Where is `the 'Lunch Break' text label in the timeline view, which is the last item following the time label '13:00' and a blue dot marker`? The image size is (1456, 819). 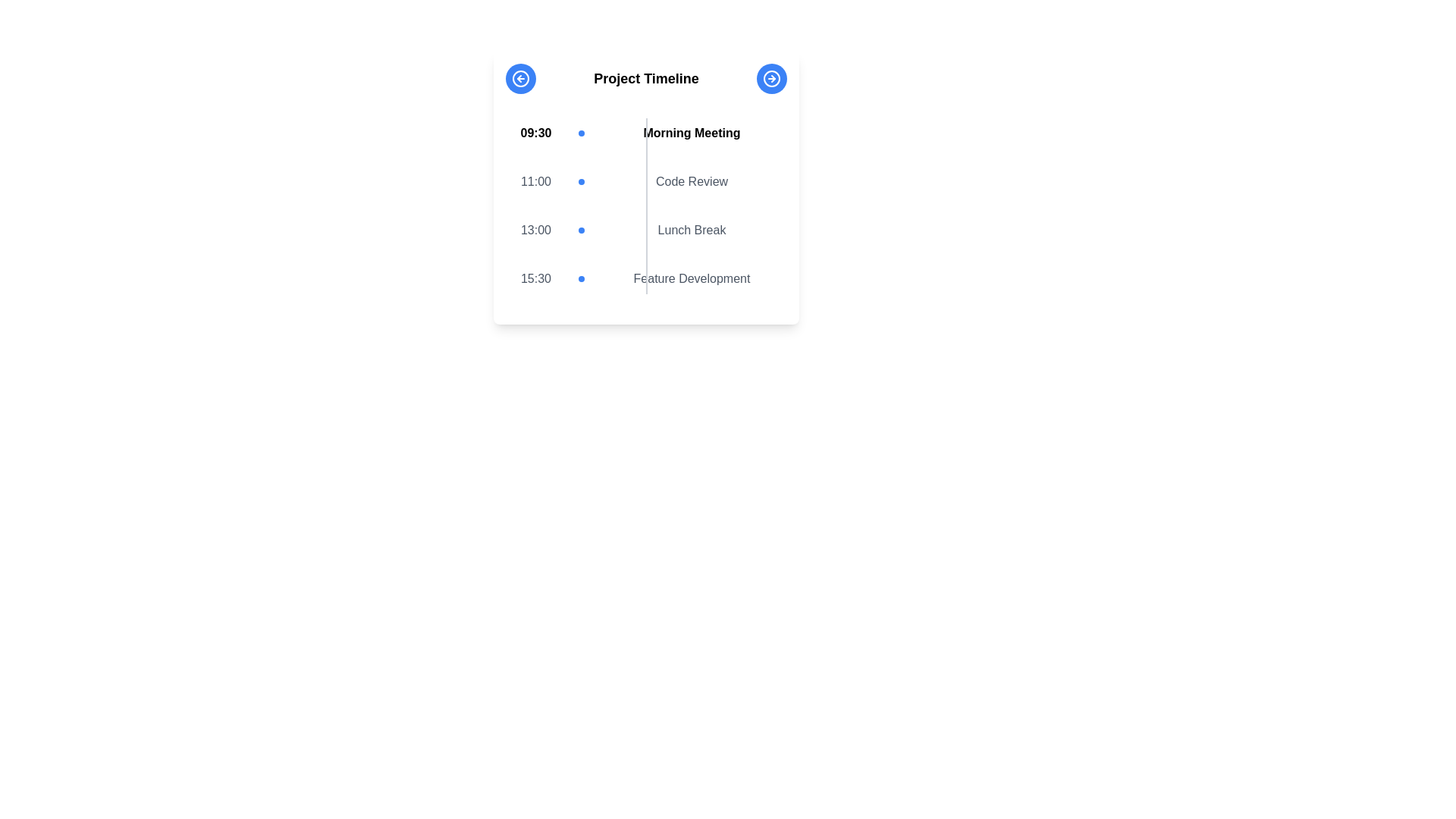 the 'Lunch Break' text label in the timeline view, which is the last item following the time label '13:00' and a blue dot marker is located at coordinates (691, 231).